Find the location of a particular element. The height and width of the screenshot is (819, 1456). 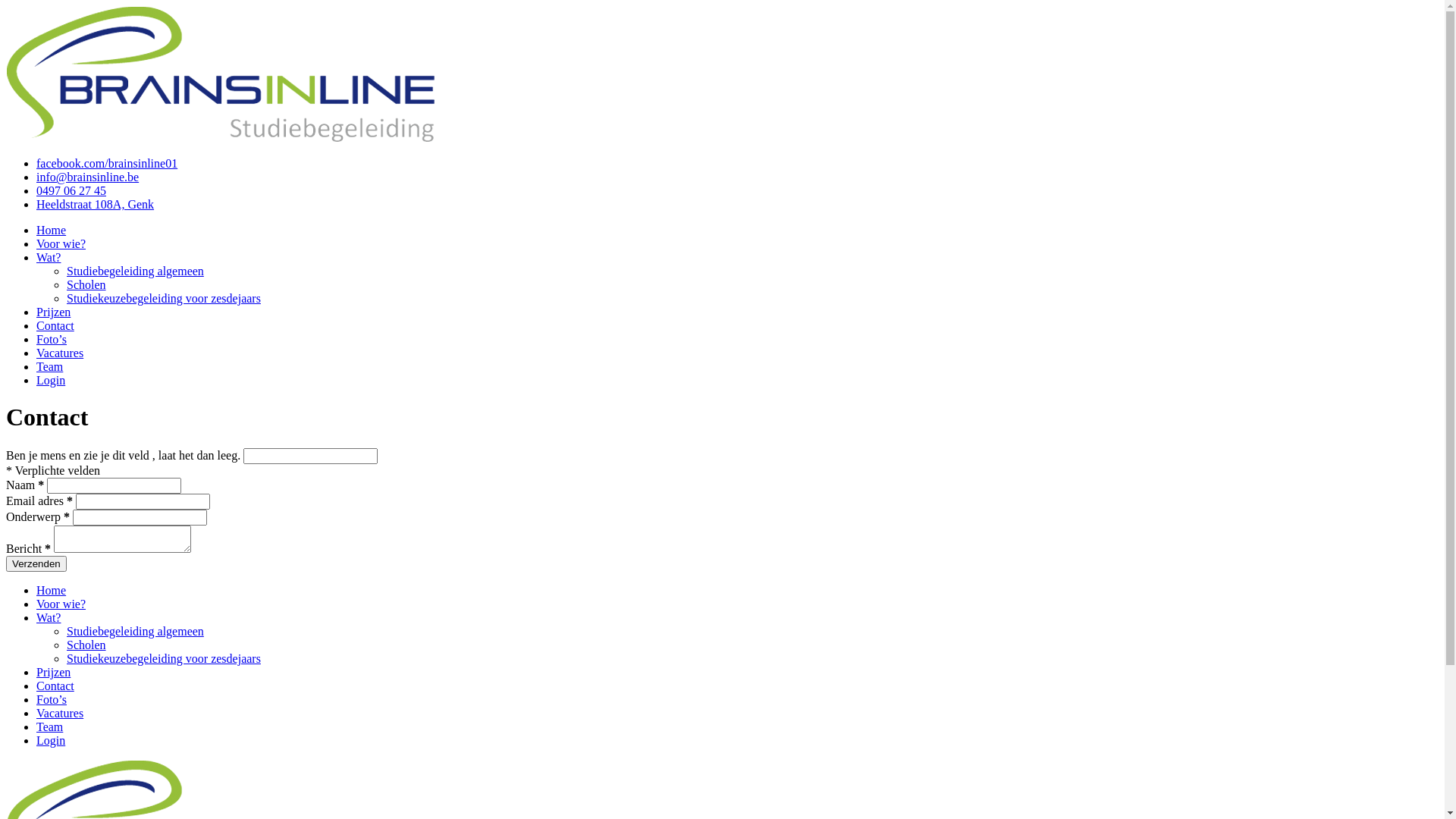

'Scholen' is located at coordinates (86, 284).